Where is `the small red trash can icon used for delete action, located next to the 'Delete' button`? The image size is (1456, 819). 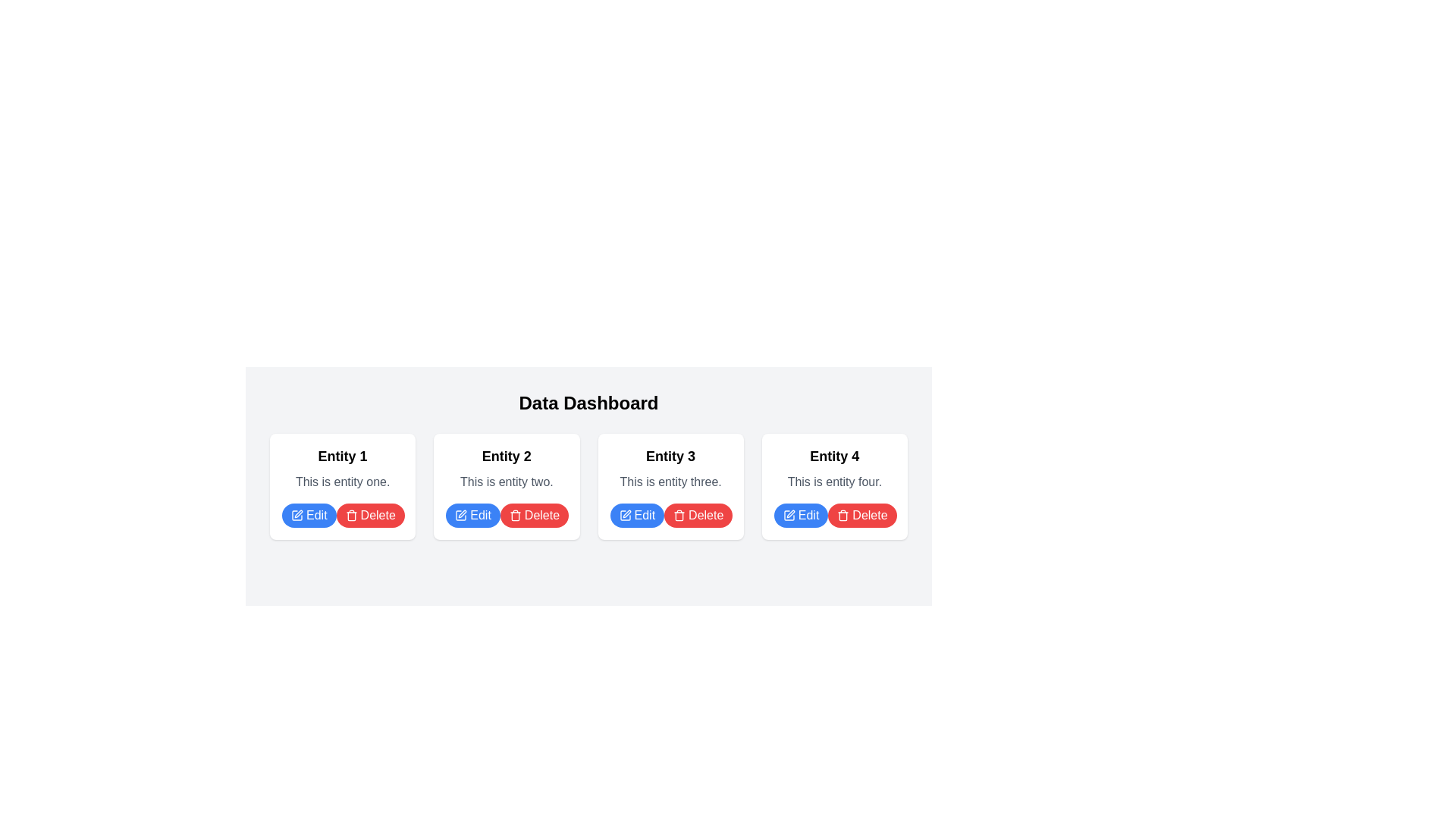
the small red trash can icon used for delete action, located next to the 'Delete' button is located at coordinates (679, 514).